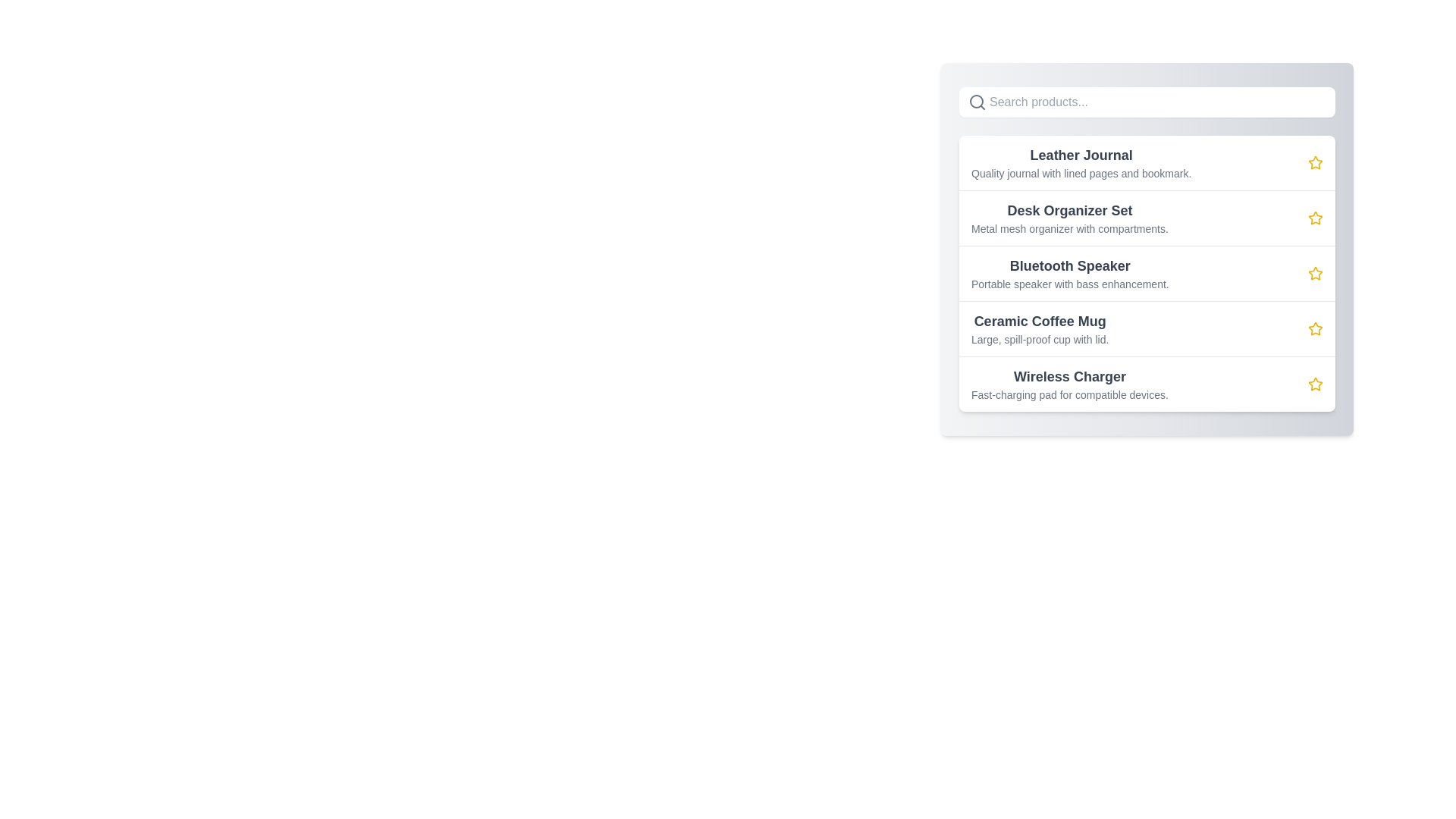 Image resolution: width=1456 pixels, height=819 pixels. Describe the element at coordinates (1314, 218) in the screenshot. I see `the star icon indicating the rating or favorite state for the 'Desk Organizer Set', located on the far right of its row` at that location.